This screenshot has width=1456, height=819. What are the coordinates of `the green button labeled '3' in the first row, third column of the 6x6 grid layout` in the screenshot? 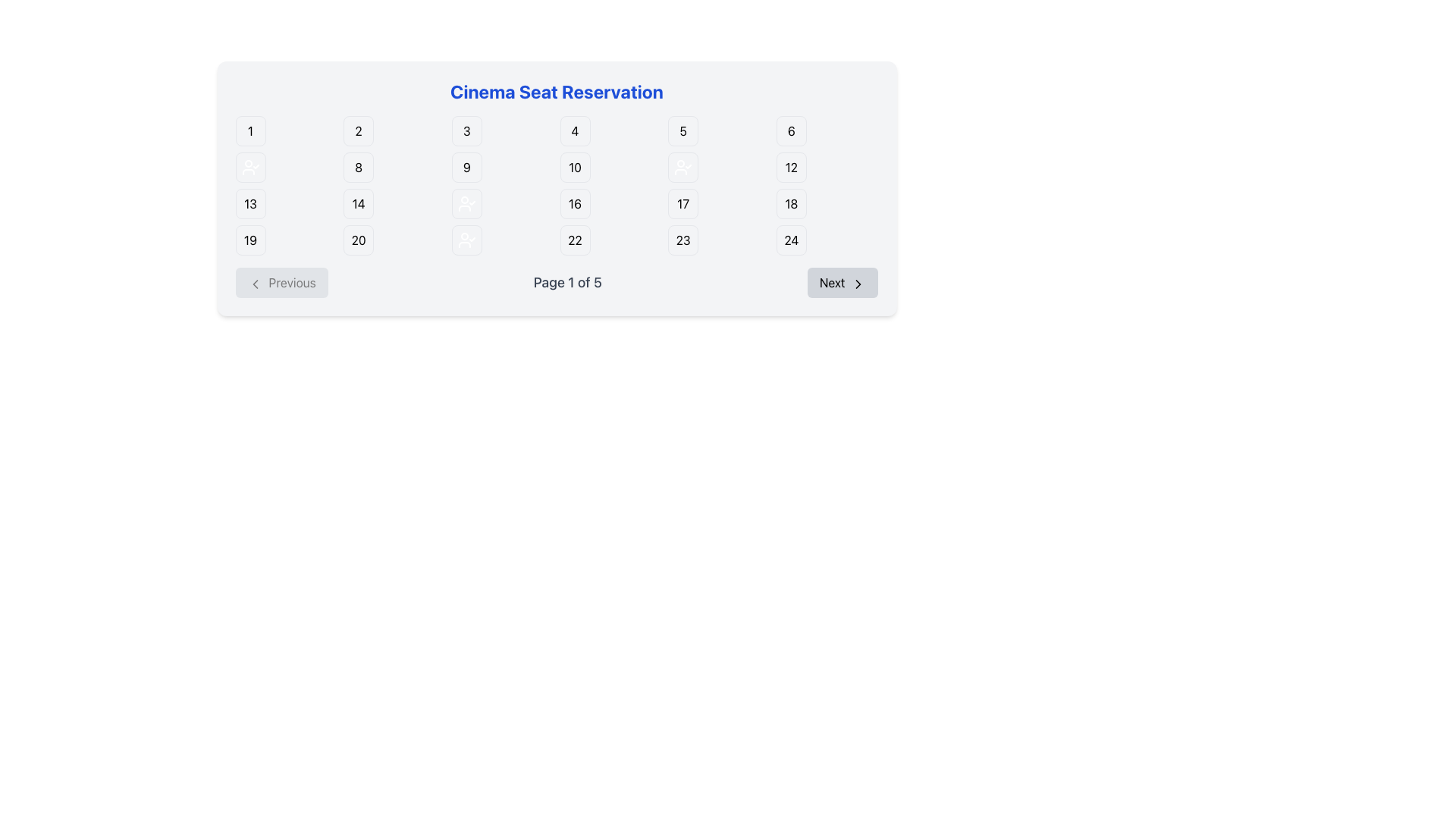 It's located at (466, 130).